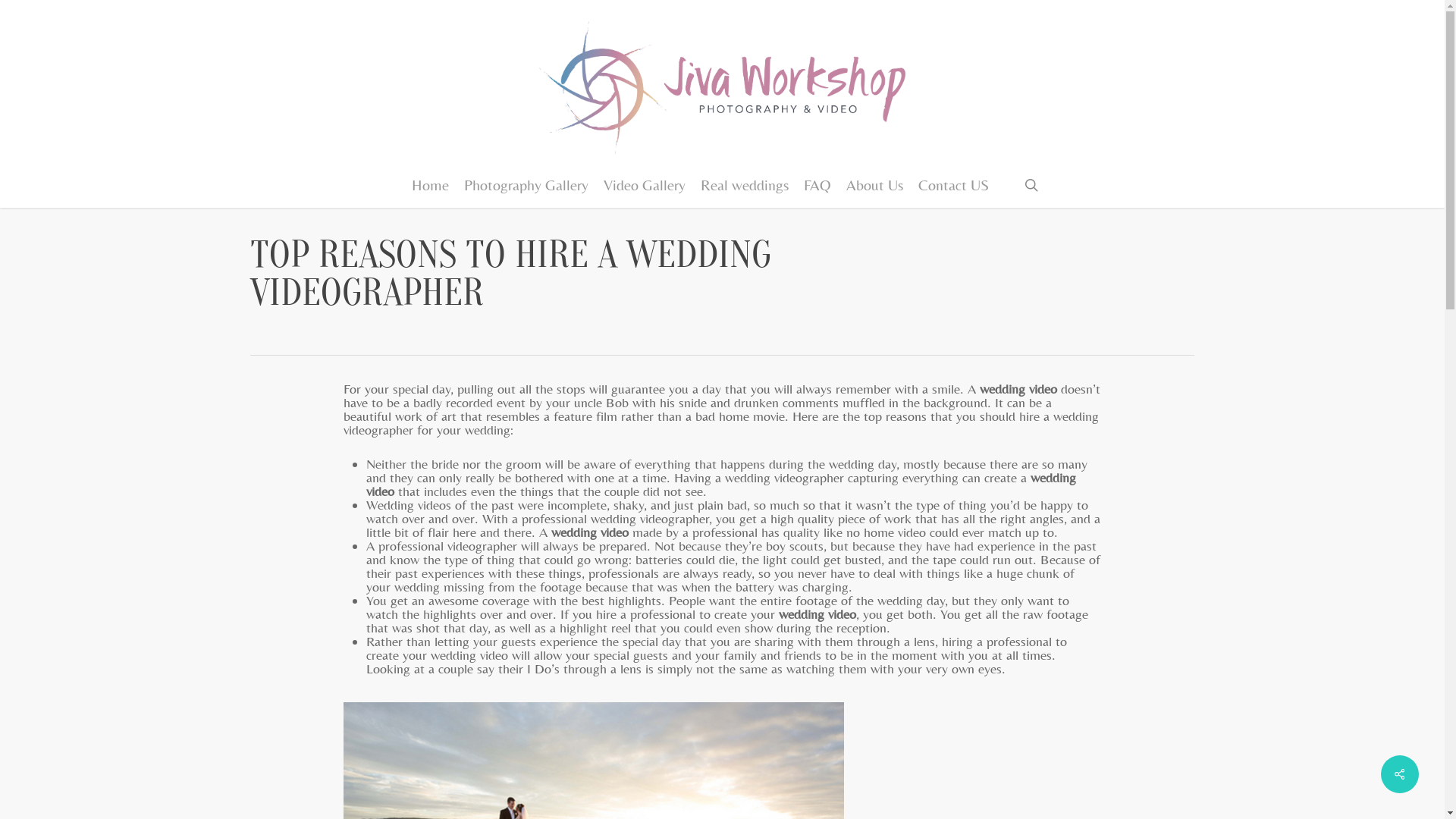 This screenshot has height=819, width=1456. Describe the element at coordinates (1031, 184) in the screenshot. I see `'search'` at that location.